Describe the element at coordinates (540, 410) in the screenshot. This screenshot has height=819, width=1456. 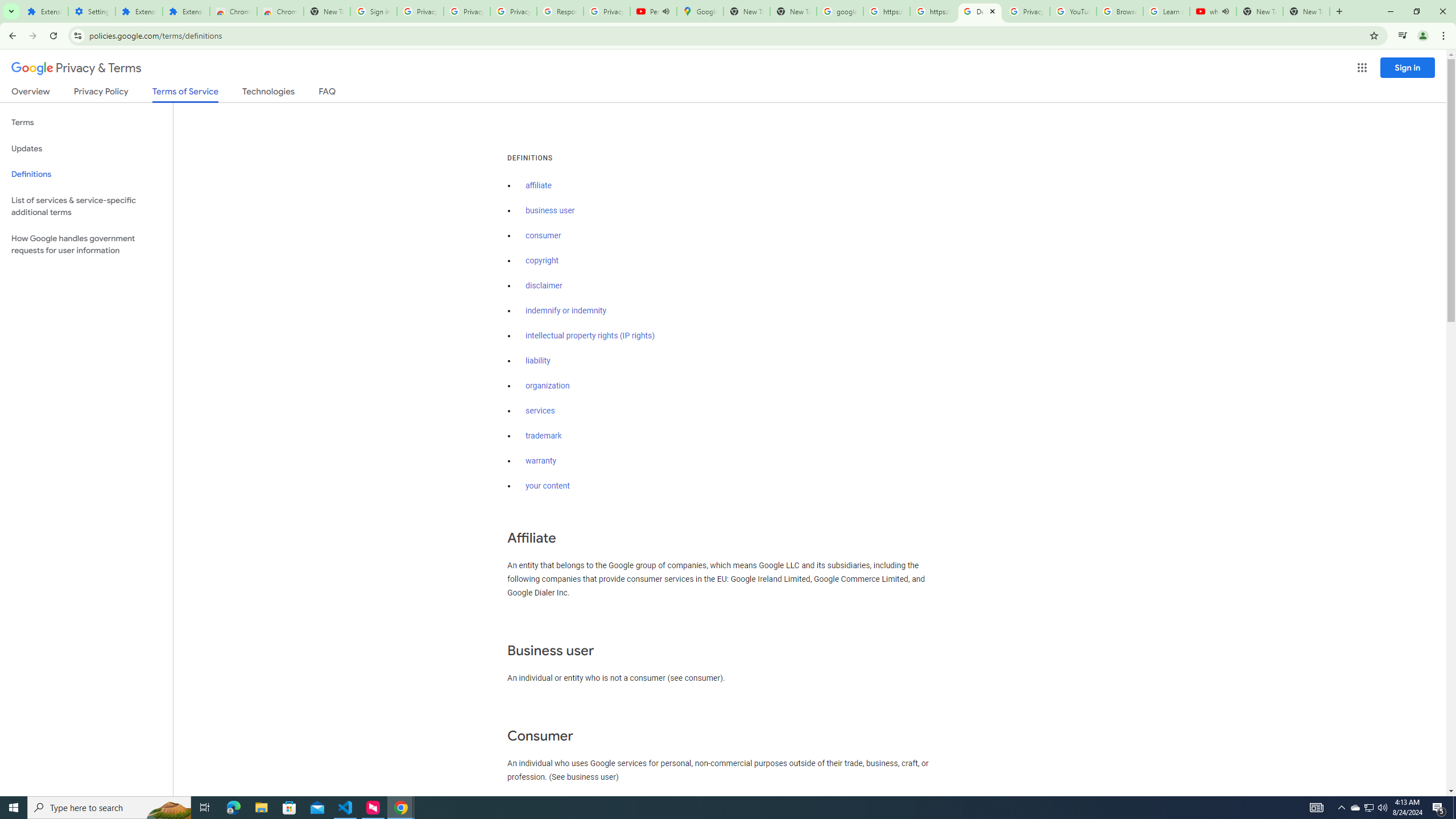
I see `'services'` at that location.